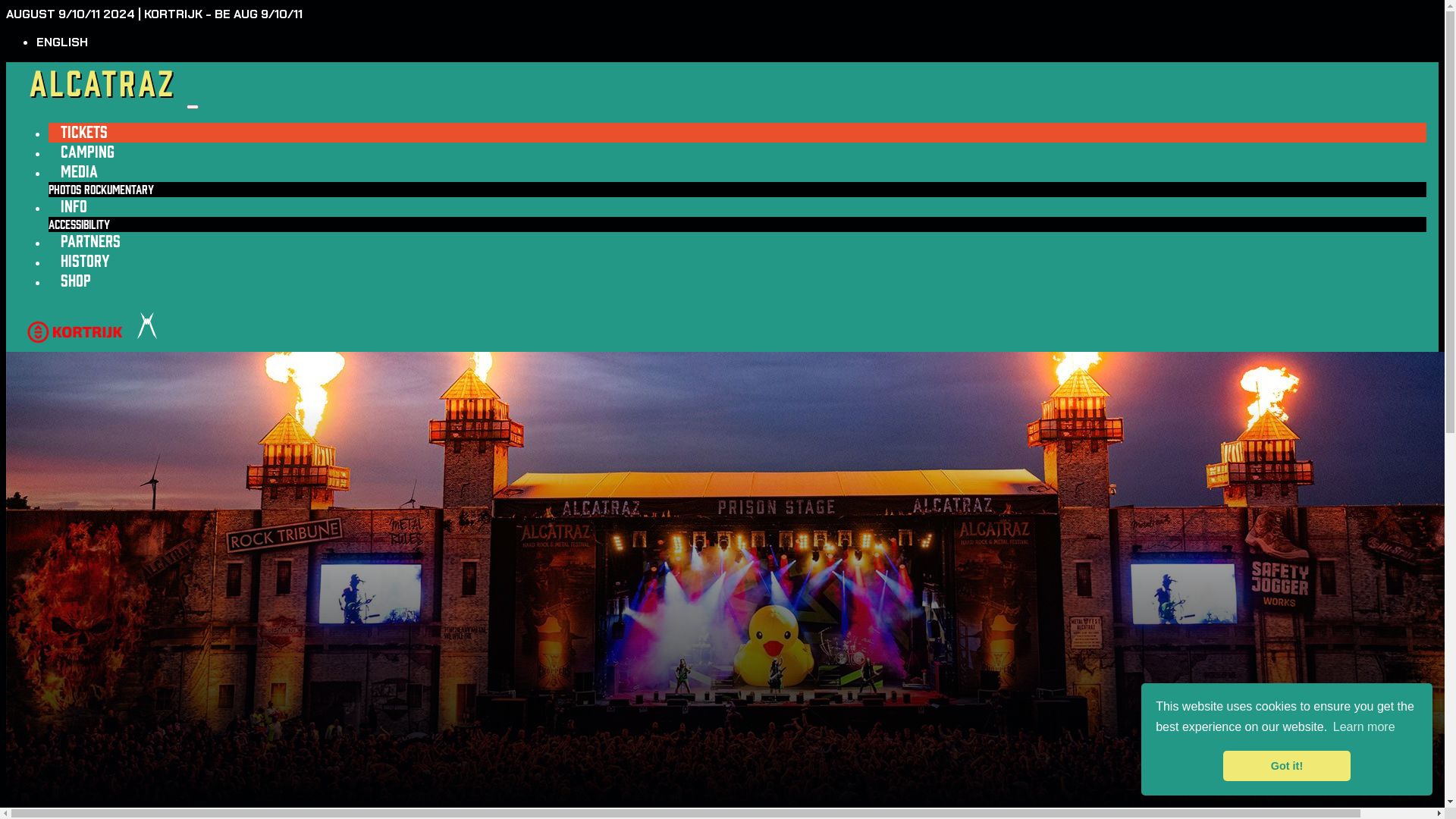 Image resolution: width=1456 pixels, height=819 pixels. Describe the element at coordinates (1364, 726) in the screenshot. I see `'Learn more'` at that location.